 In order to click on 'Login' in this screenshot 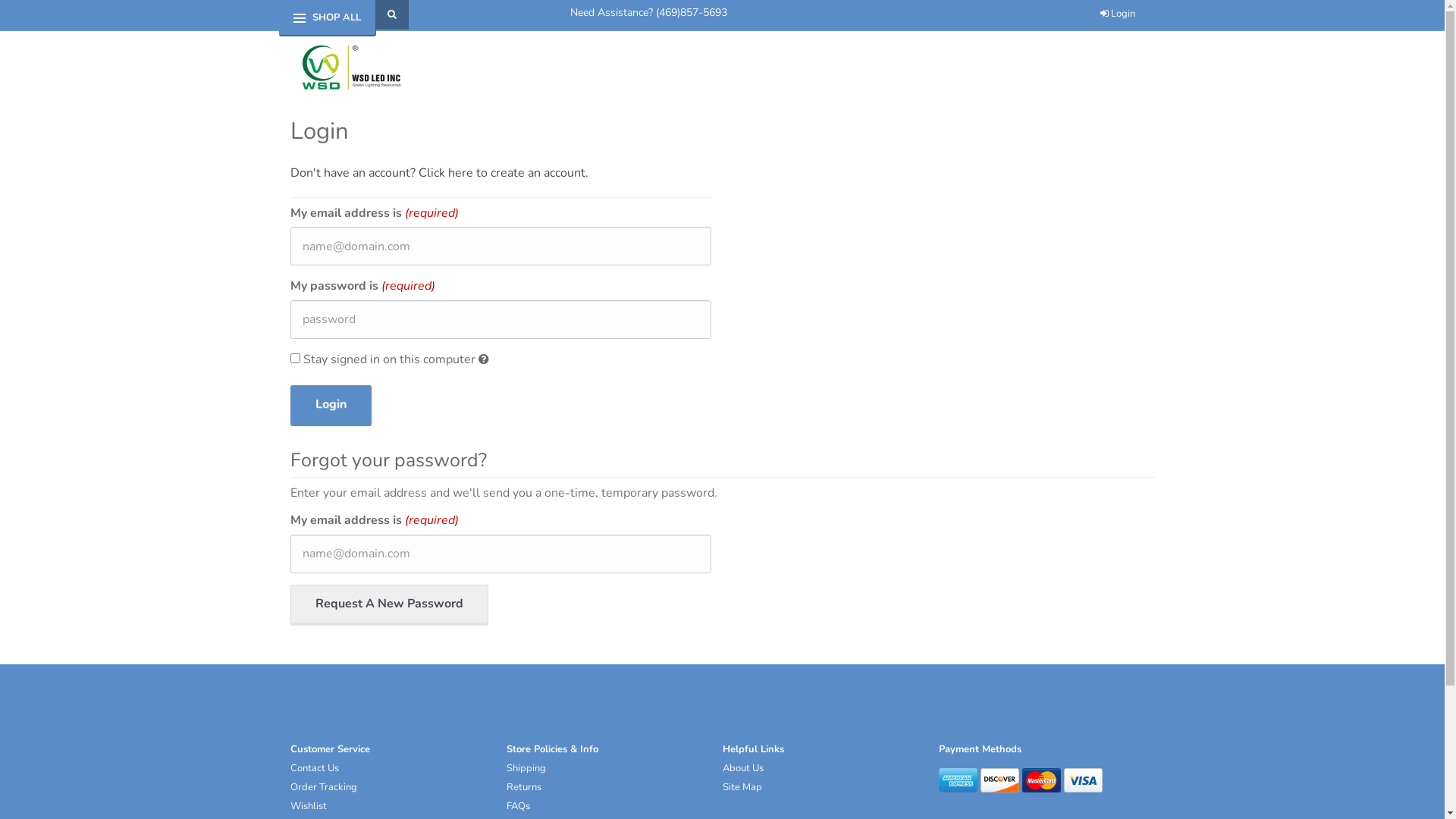, I will do `click(1117, 14)`.